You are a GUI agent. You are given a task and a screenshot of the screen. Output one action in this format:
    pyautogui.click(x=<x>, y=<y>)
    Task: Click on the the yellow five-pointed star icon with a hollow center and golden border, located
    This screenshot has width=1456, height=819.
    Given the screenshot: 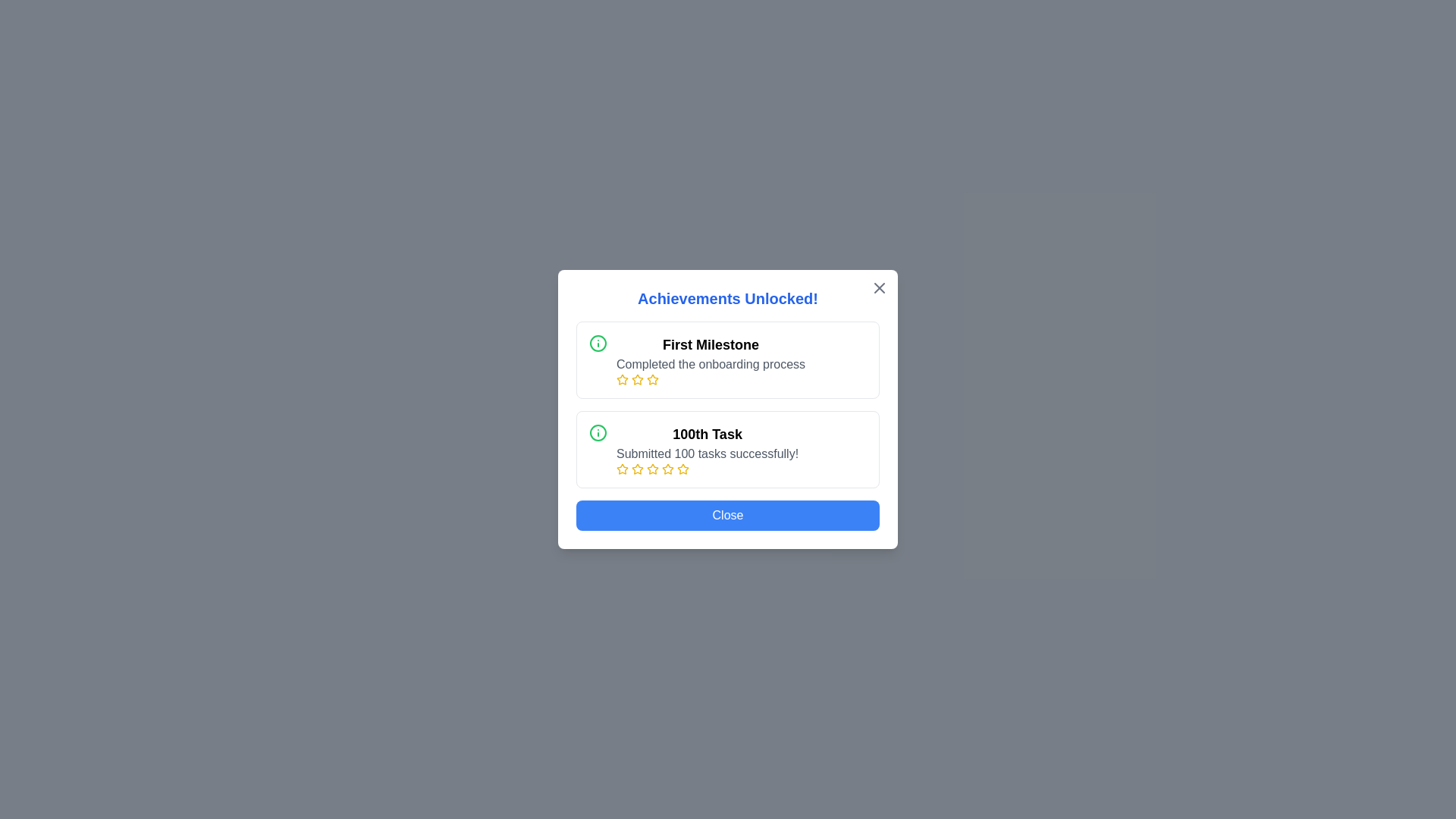 What is the action you would take?
    pyautogui.click(x=667, y=468)
    